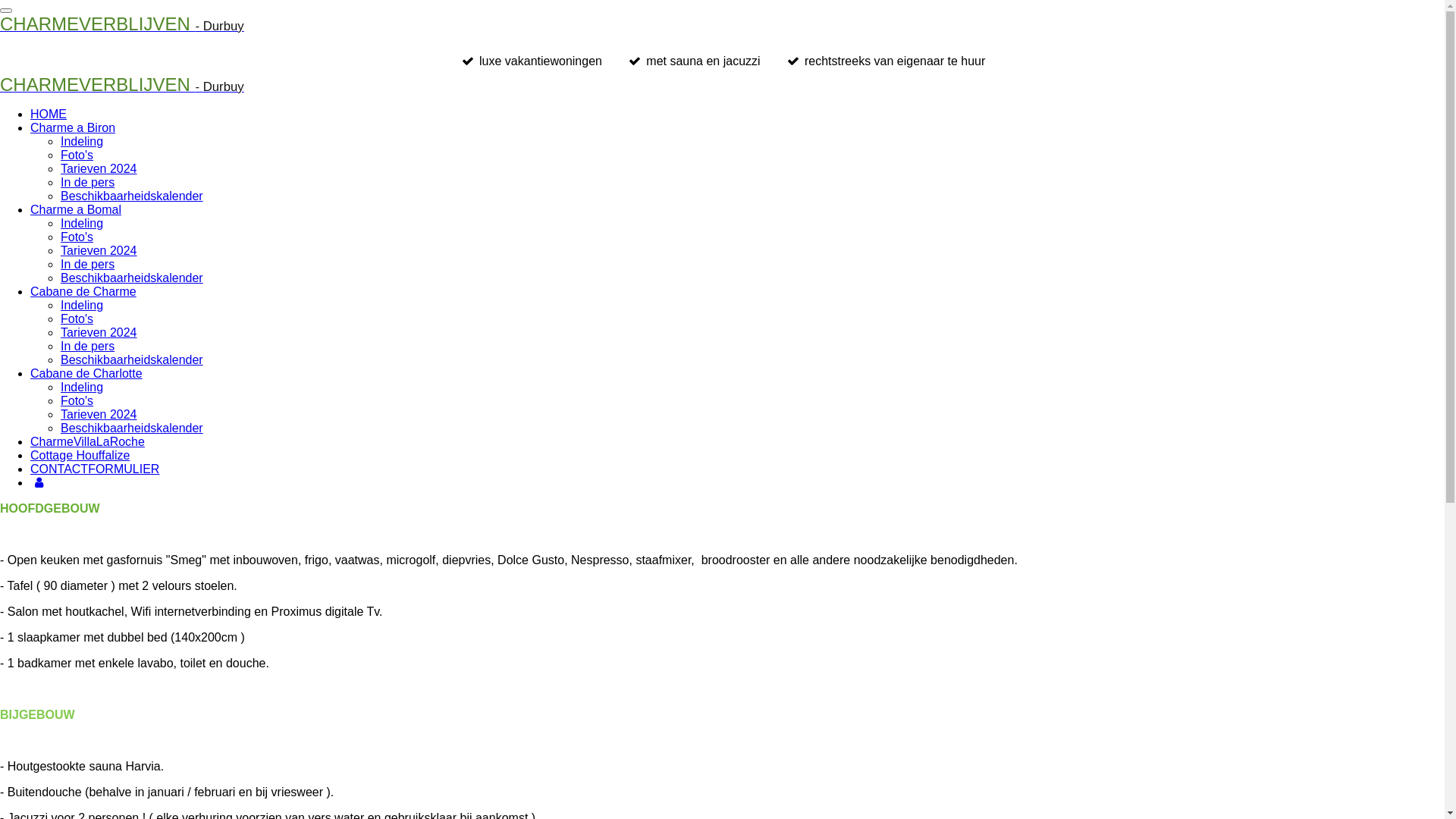 This screenshot has height=819, width=1456. I want to click on 'Tarieven 2024', so click(98, 331).